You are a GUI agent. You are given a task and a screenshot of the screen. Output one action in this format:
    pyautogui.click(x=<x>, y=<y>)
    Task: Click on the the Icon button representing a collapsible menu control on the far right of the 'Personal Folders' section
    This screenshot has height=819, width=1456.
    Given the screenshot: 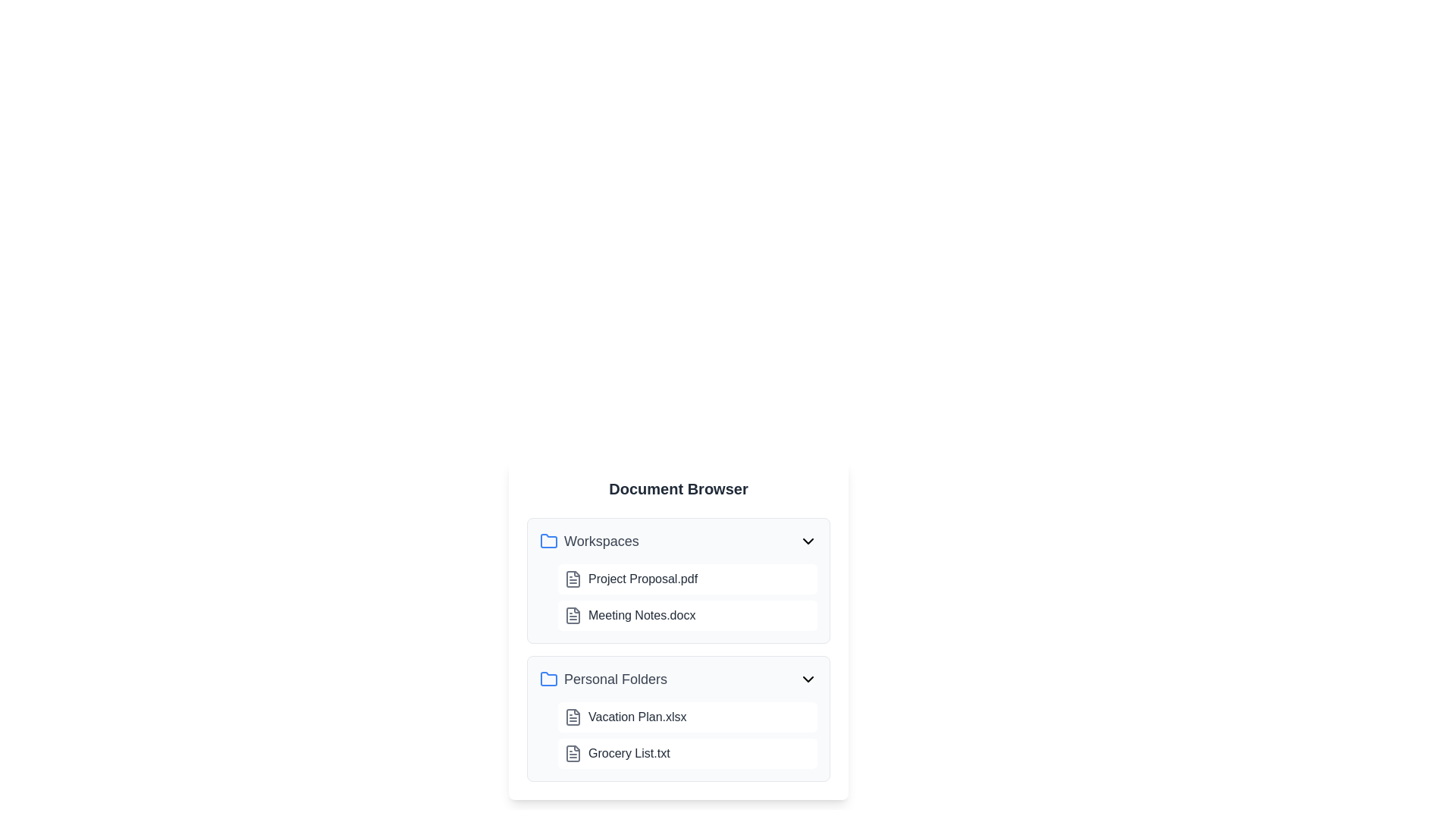 What is the action you would take?
    pyautogui.click(x=807, y=678)
    